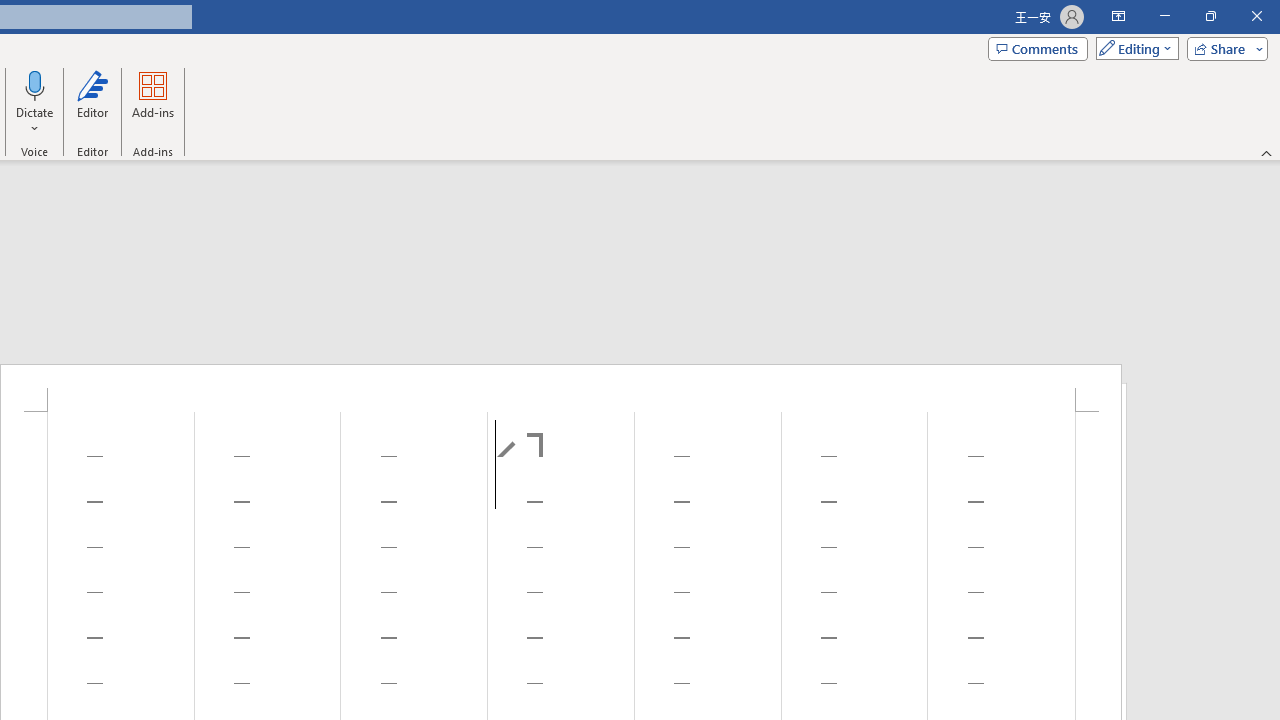 The height and width of the screenshot is (720, 1280). What do you see at coordinates (1038, 47) in the screenshot?
I see `'Comments'` at bounding box center [1038, 47].